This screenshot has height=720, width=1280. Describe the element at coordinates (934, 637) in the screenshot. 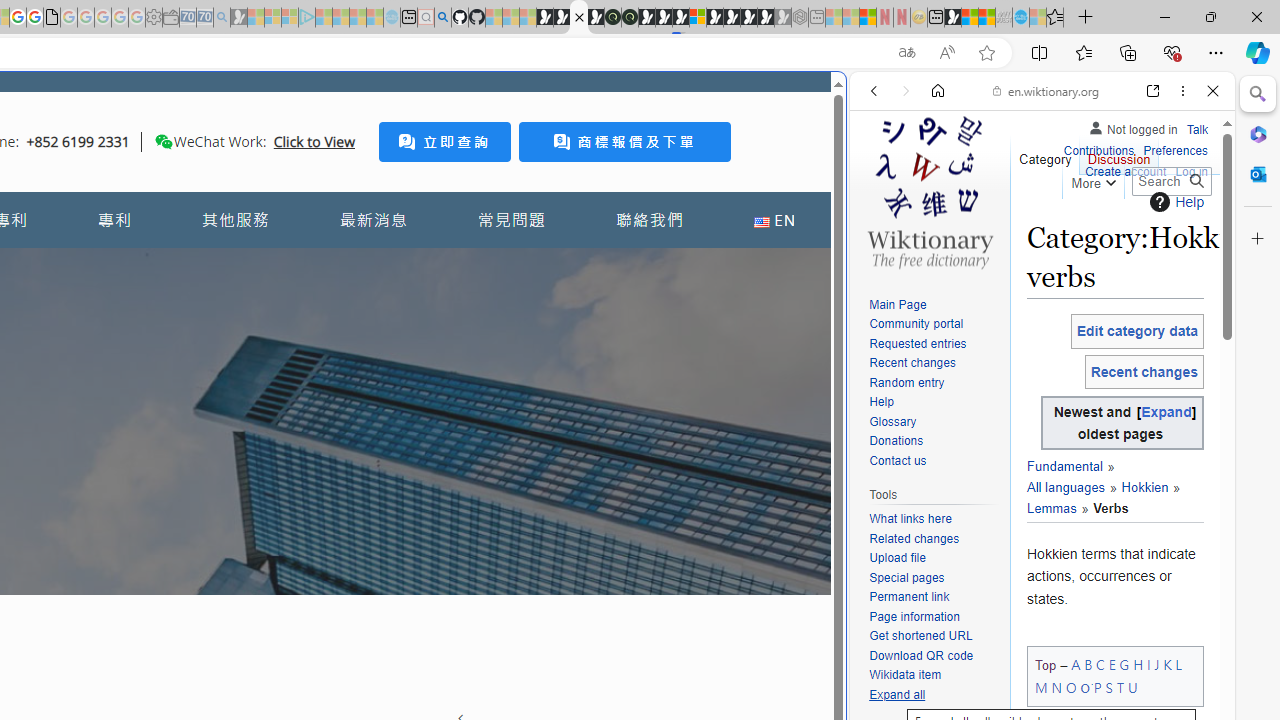

I see `'Get shortened URL'` at that location.